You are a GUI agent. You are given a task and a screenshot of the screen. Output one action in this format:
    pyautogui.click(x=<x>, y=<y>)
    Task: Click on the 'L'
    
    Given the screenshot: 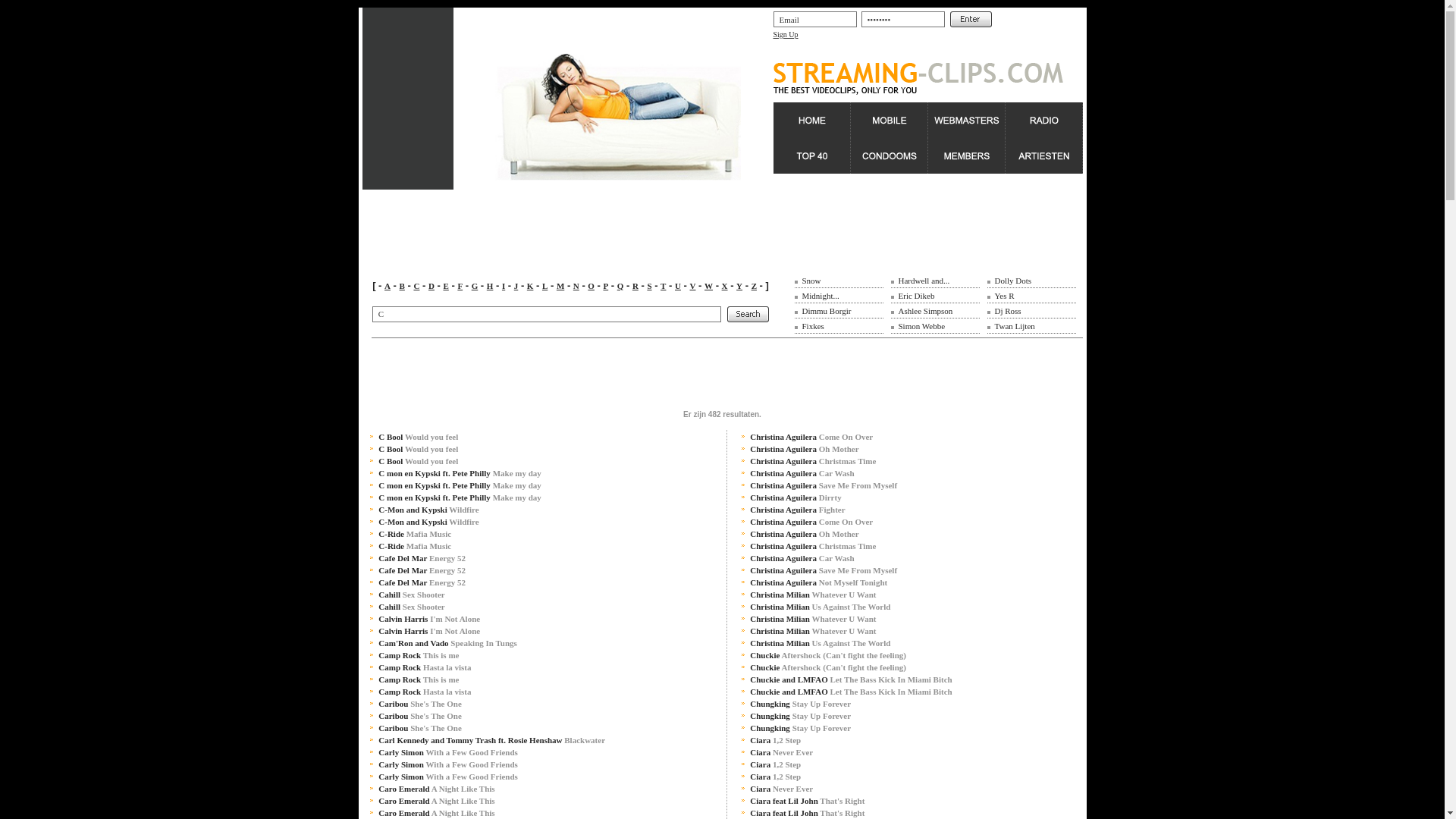 What is the action you would take?
    pyautogui.click(x=544, y=286)
    